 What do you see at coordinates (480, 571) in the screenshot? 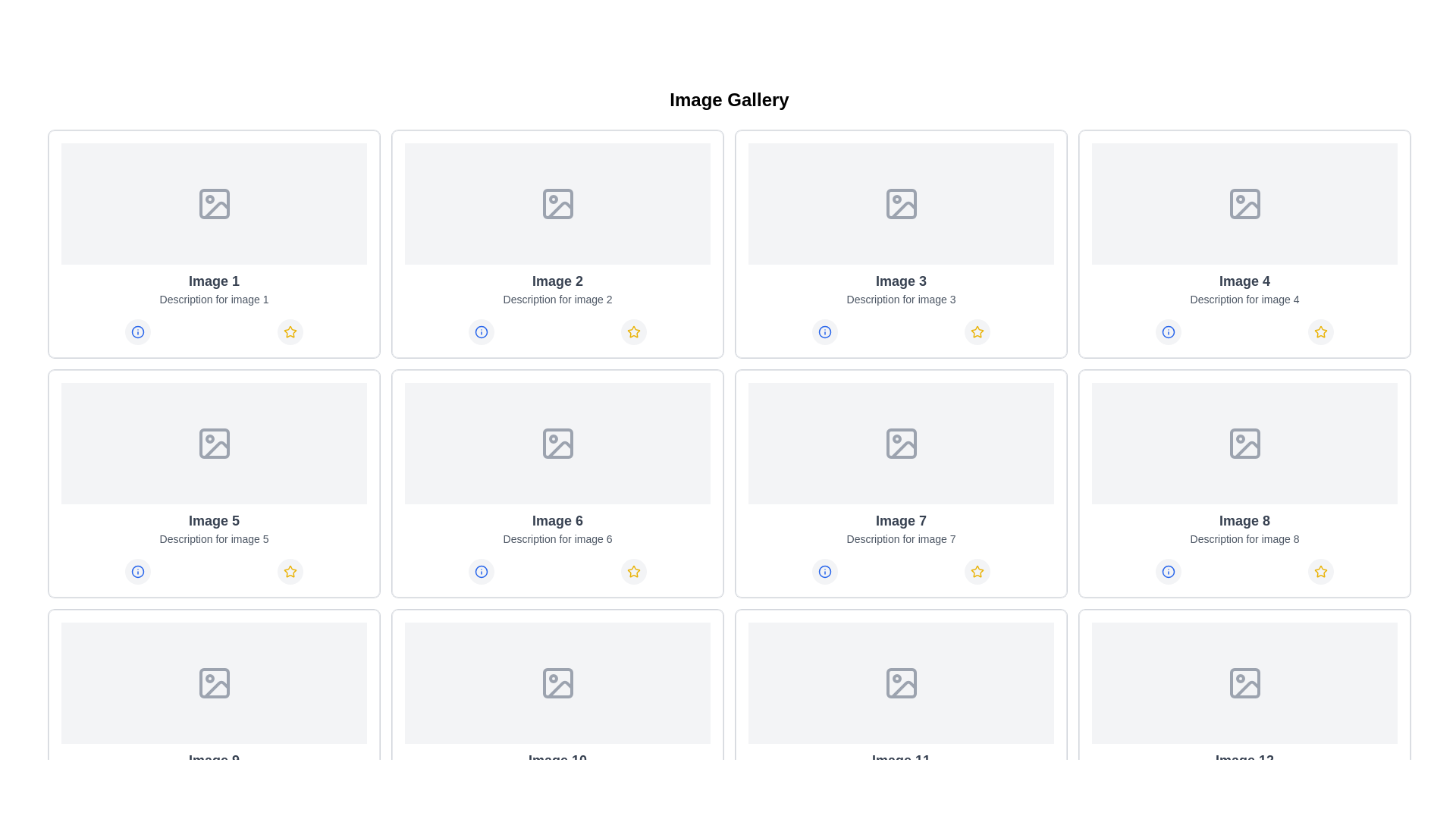
I see `the small circular blue 'info' icon located under the sixth image in a 3x4 grid layout of an image gallery` at bounding box center [480, 571].